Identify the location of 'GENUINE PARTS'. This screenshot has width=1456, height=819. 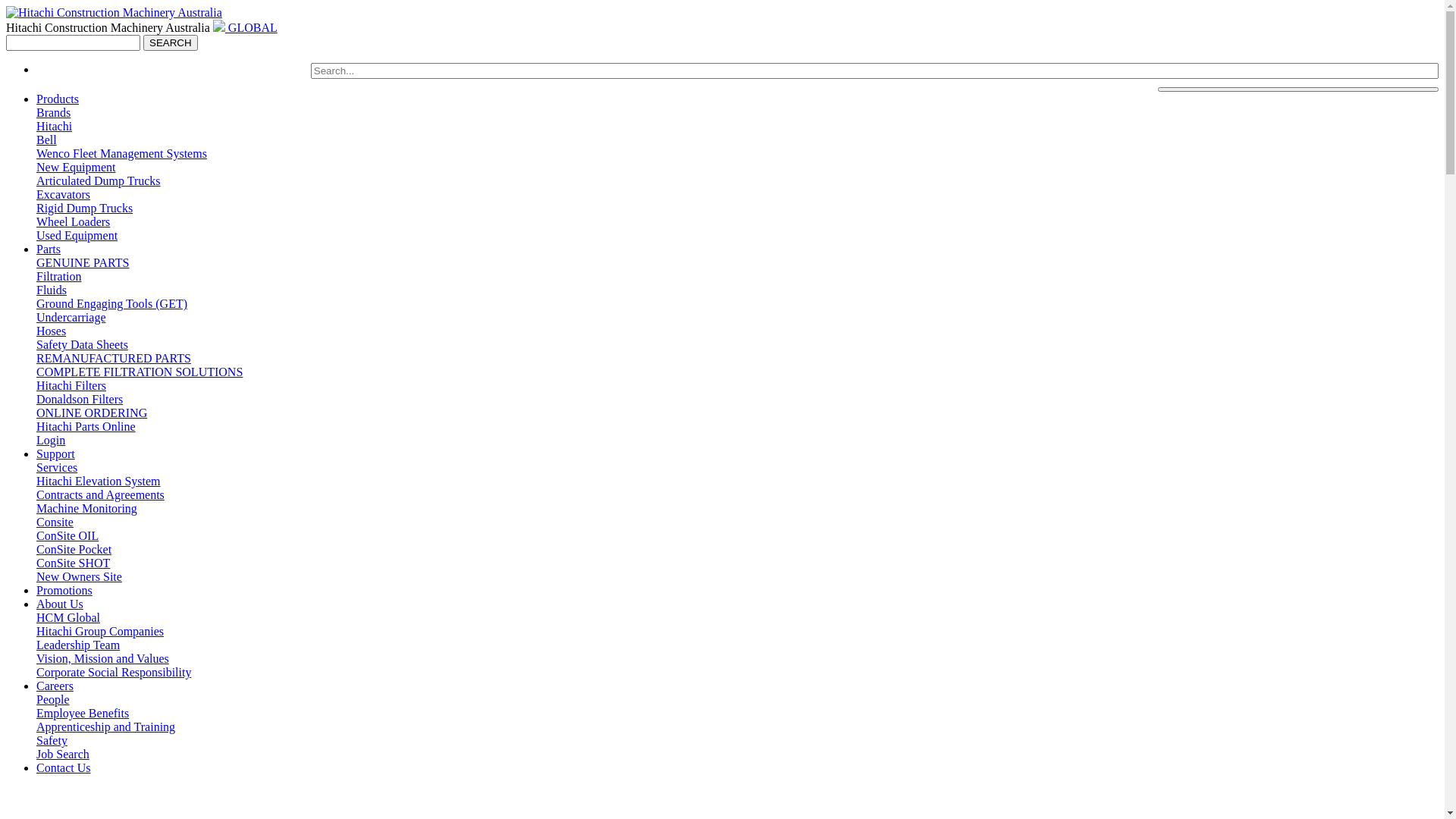
(82, 262).